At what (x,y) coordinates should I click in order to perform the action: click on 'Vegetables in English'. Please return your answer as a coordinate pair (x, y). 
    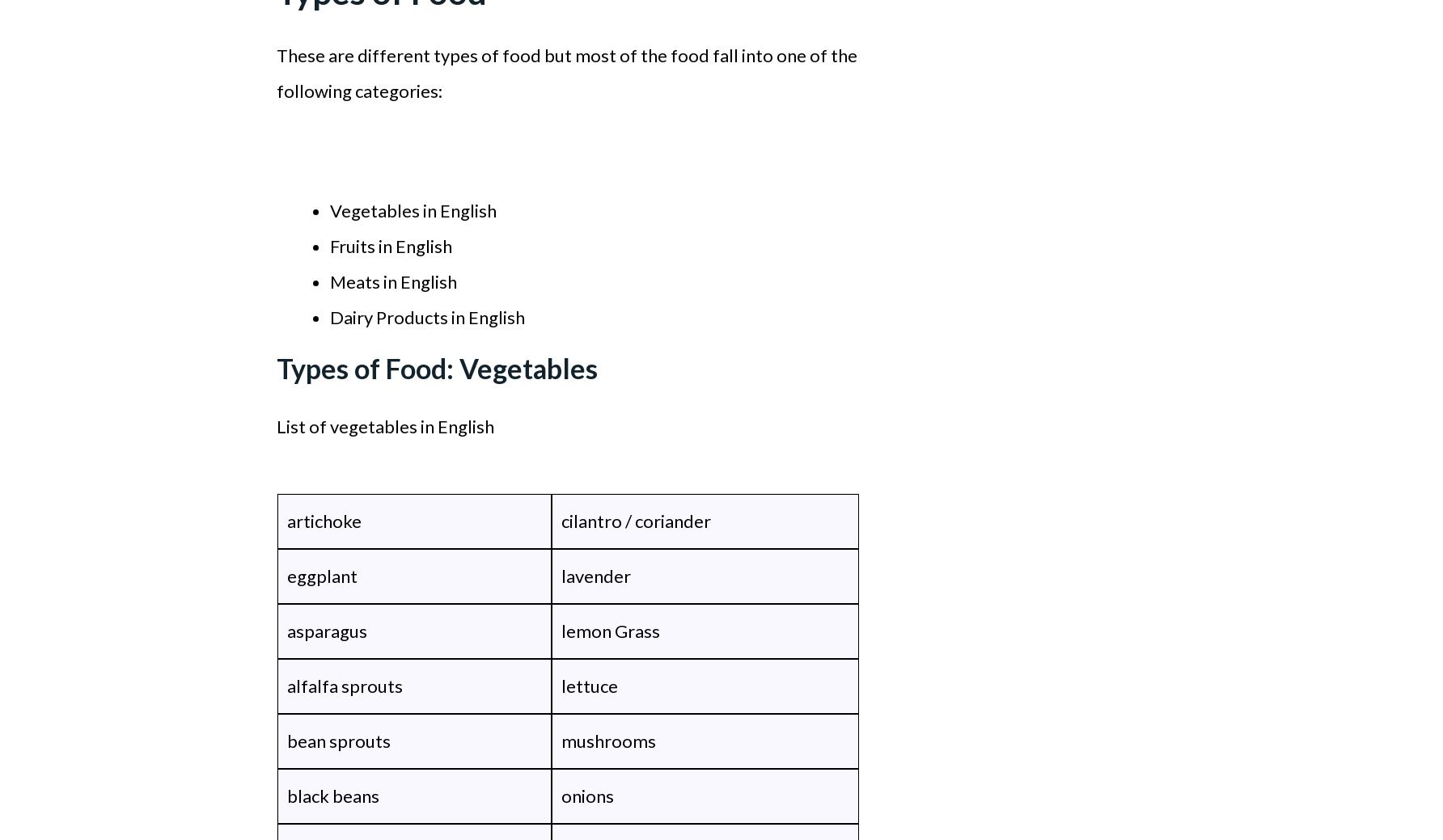
    Looking at the image, I should click on (413, 210).